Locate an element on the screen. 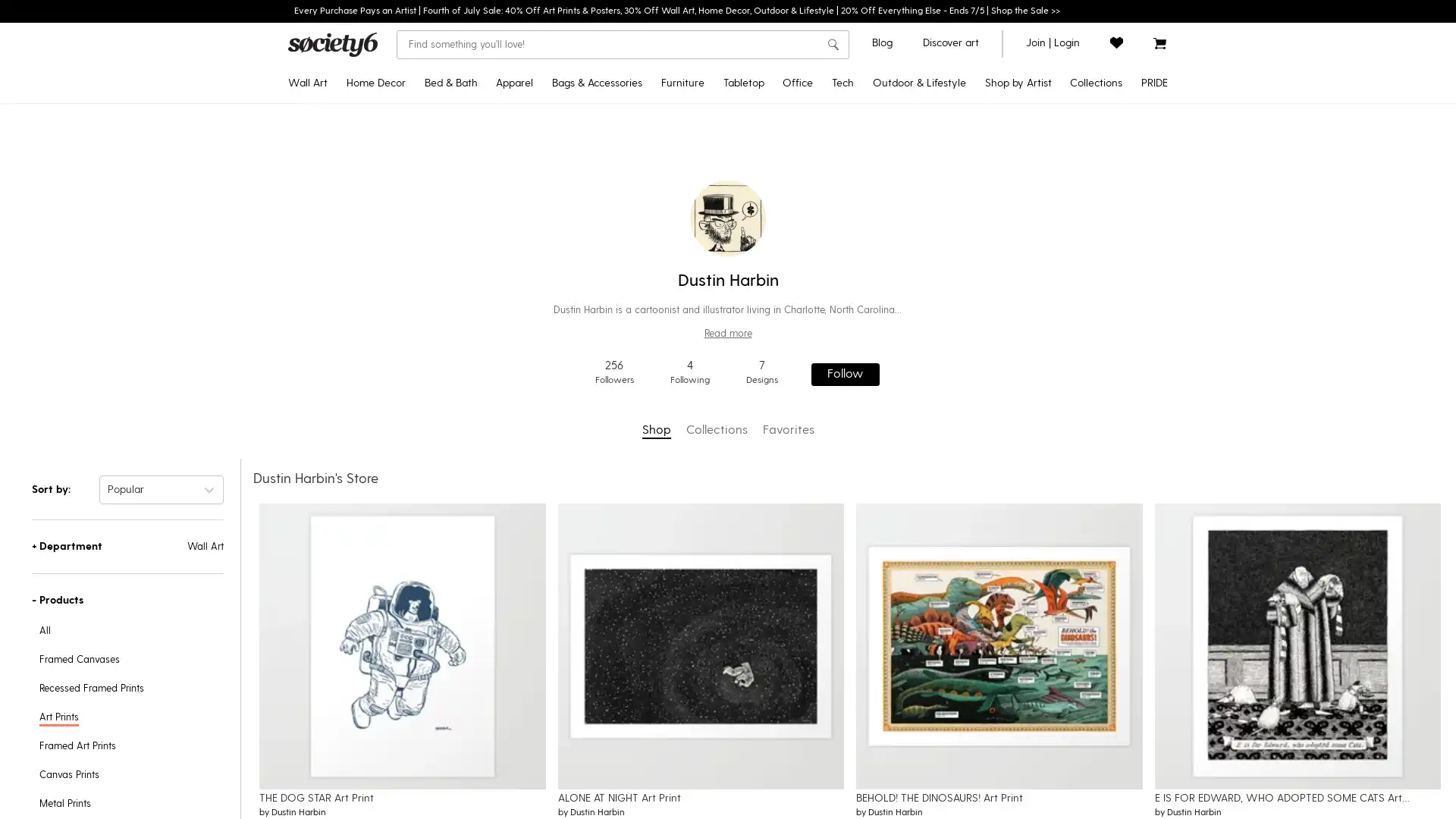  Android Card Cases is located at coordinates (896, 243).